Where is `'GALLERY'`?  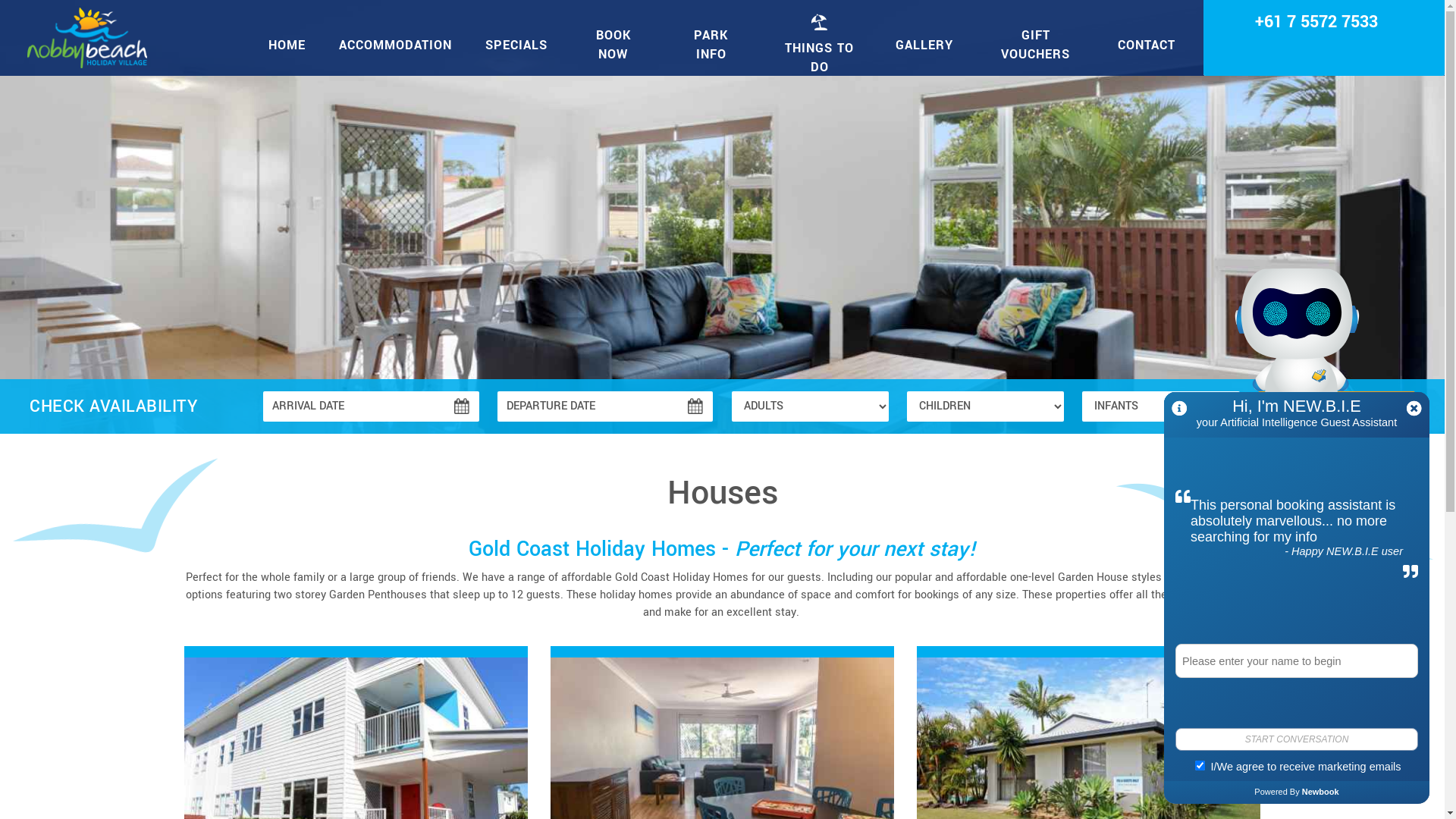 'GALLERY' is located at coordinates (924, 43).